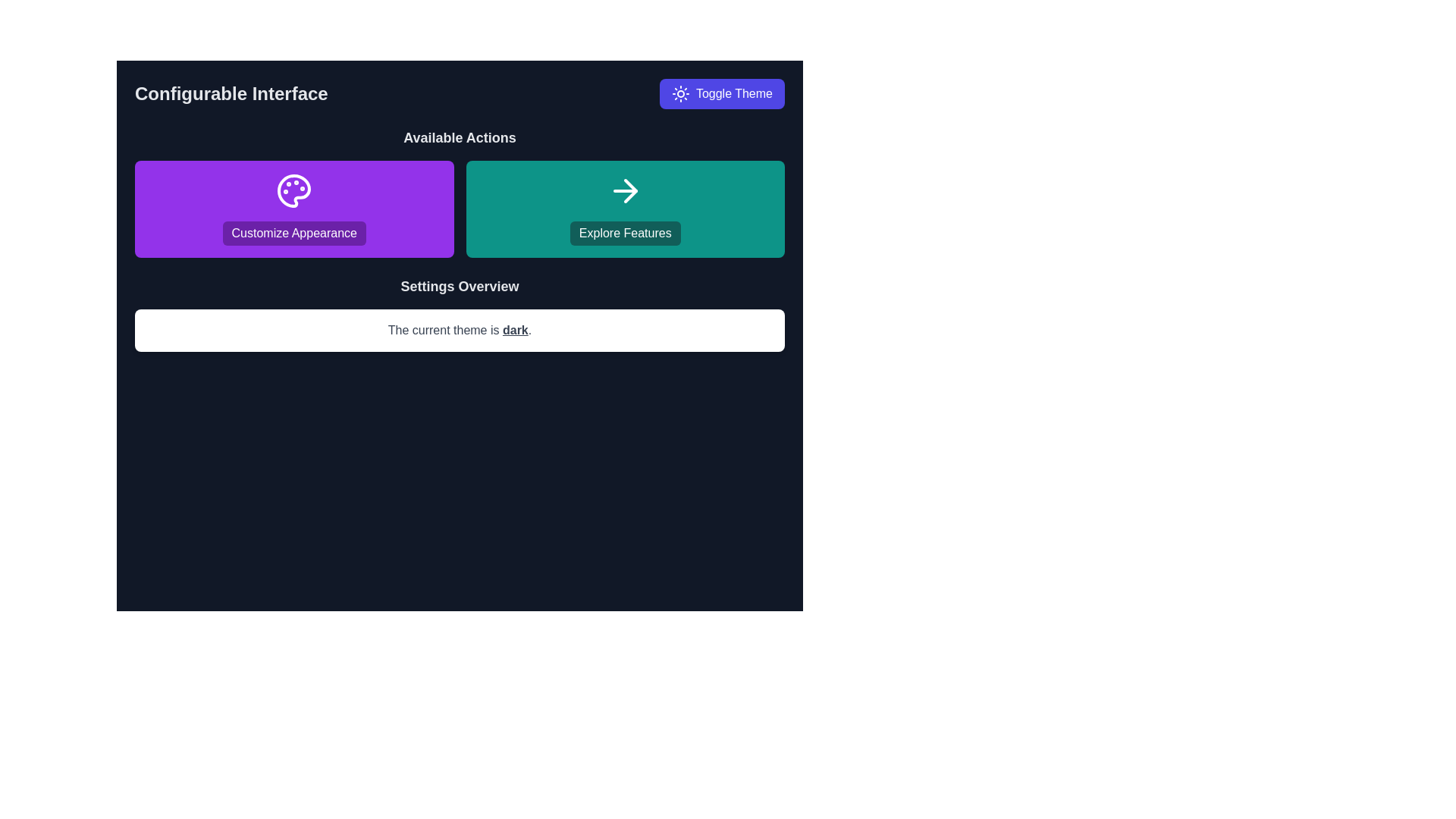 The height and width of the screenshot is (819, 1456). Describe the element at coordinates (459, 137) in the screenshot. I see `text header labeled 'Available Actions', which is styled in bold and centrally aligned at the top of its section` at that location.